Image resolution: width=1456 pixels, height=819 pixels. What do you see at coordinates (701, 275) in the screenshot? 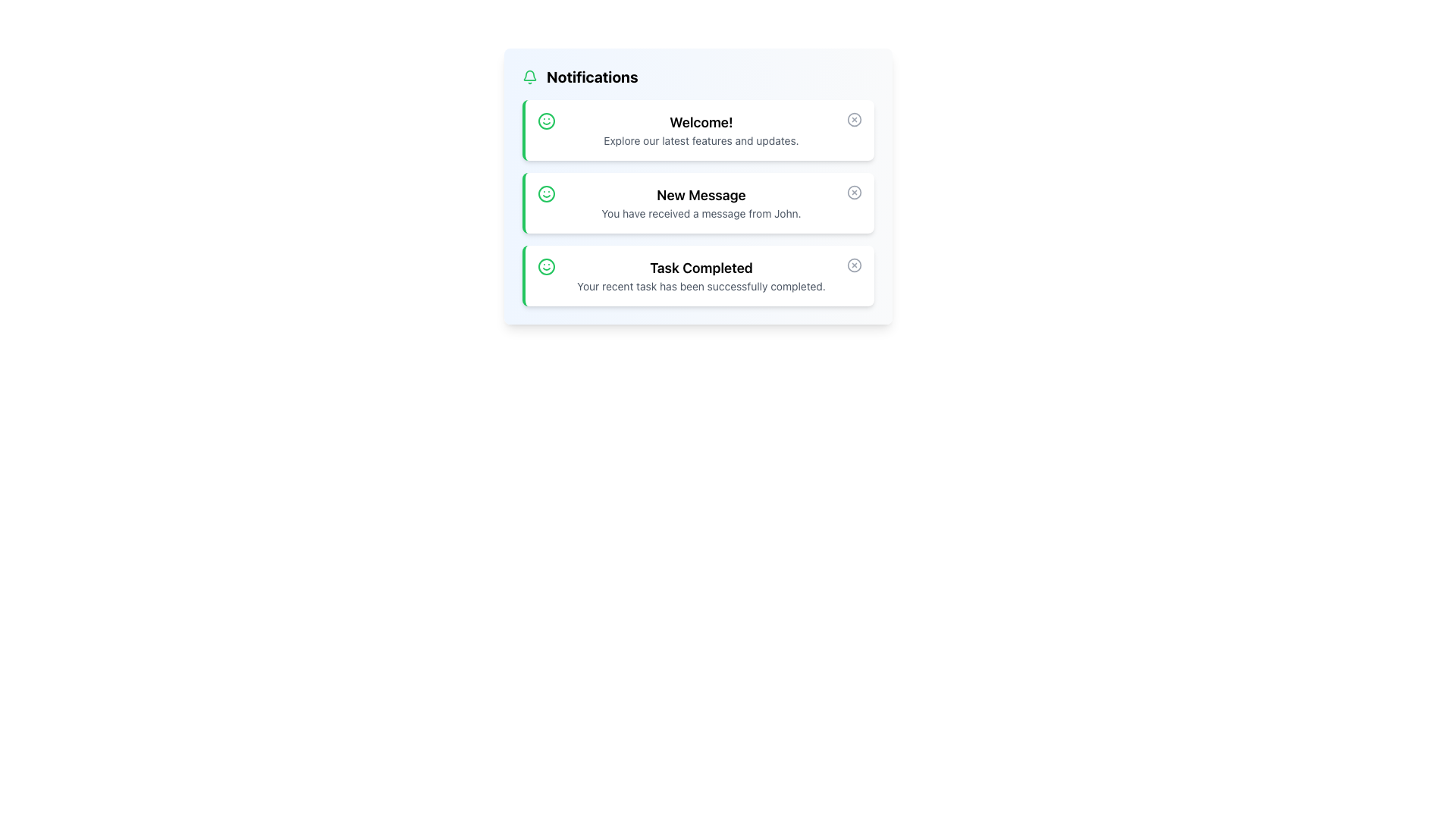
I see `the text display element that shows 'Task Completed' in bold and larger font, part of the notification box under 'Notifications'` at bounding box center [701, 275].